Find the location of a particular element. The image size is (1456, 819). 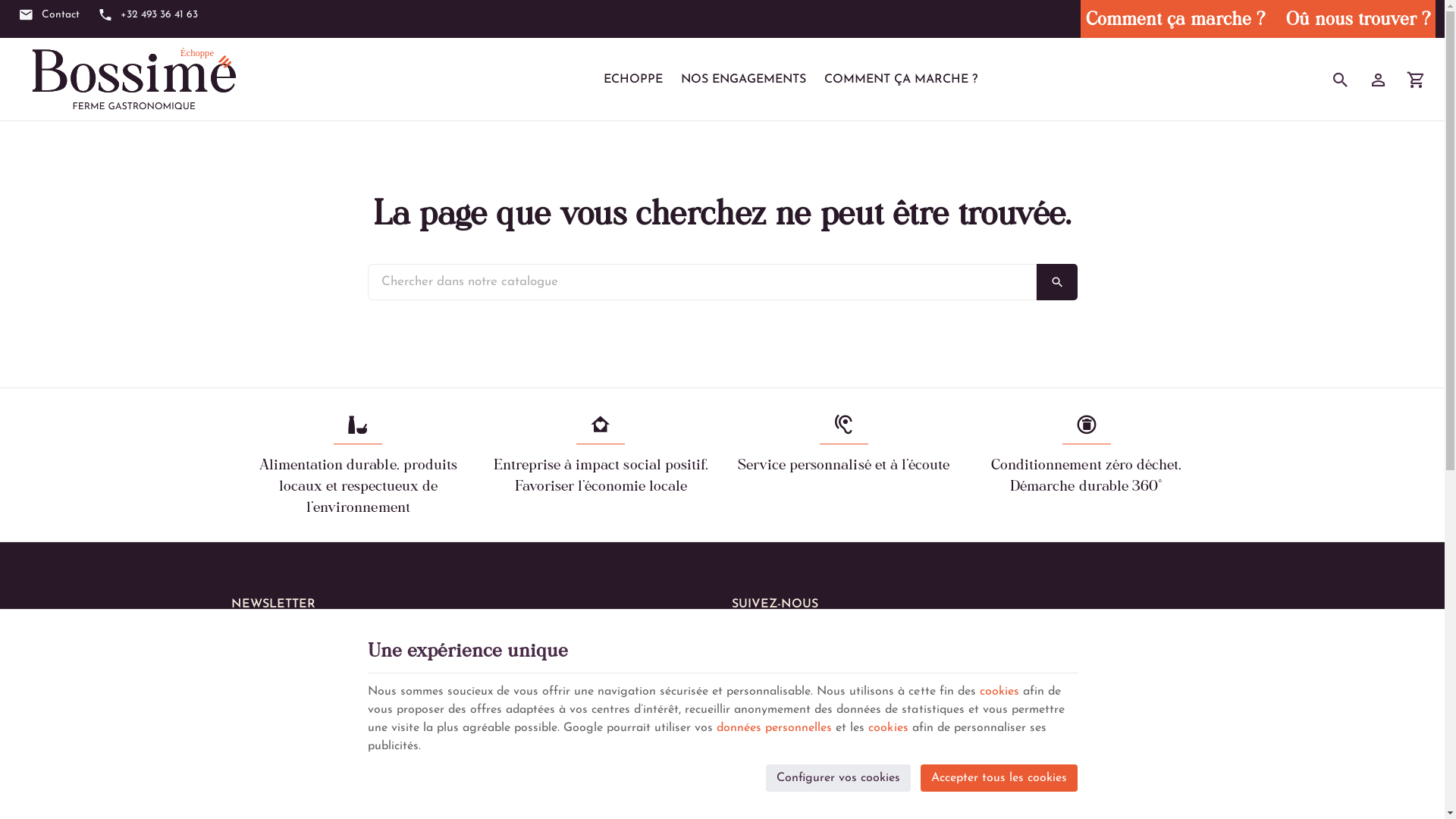

'NOS ENGAGEMENTS' is located at coordinates (743, 79).